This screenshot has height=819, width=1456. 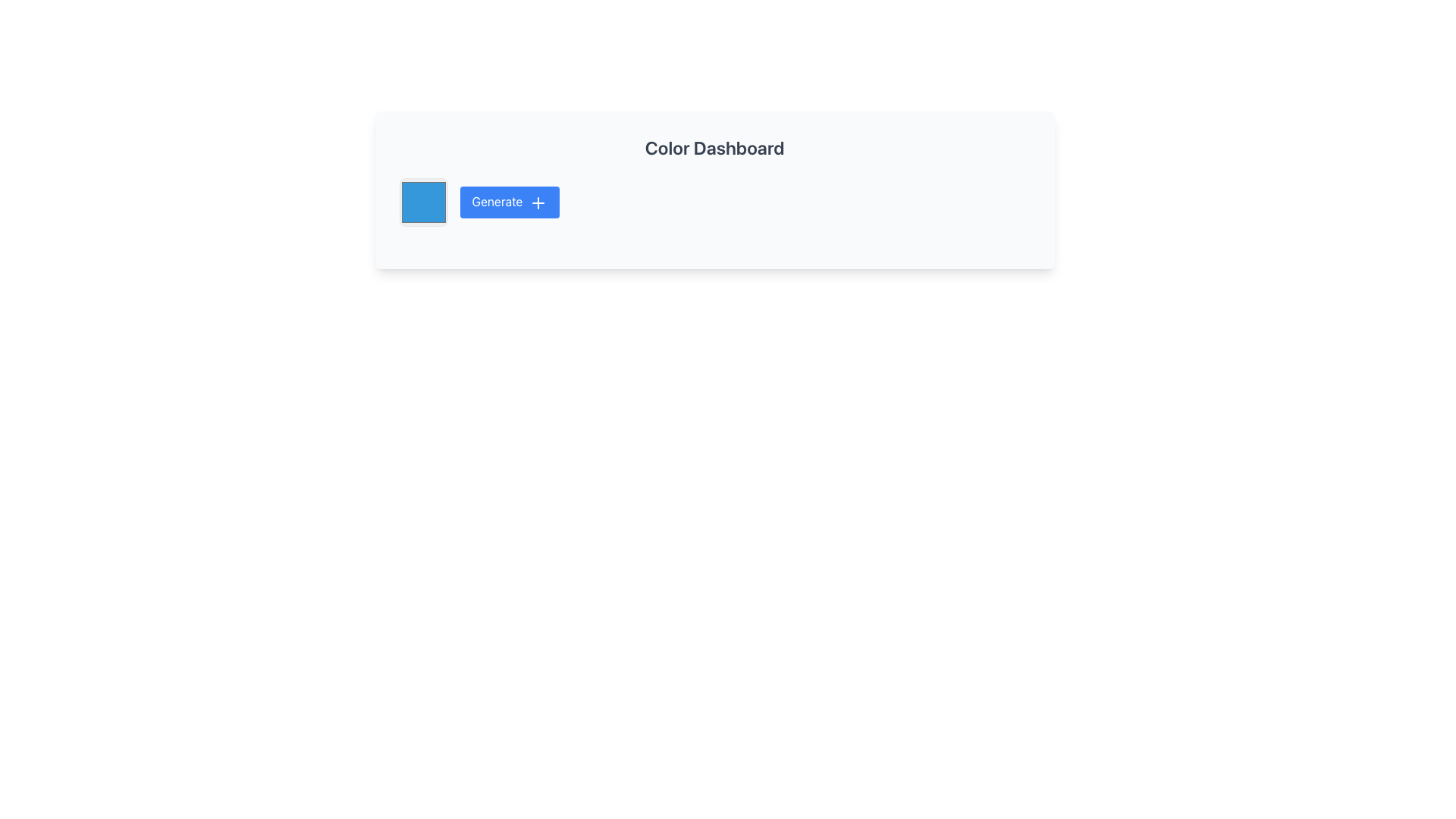 What do you see at coordinates (423, 201) in the screenshot?
I see `the blue square color picker with a rounded border` at bounding box center [423, 201].